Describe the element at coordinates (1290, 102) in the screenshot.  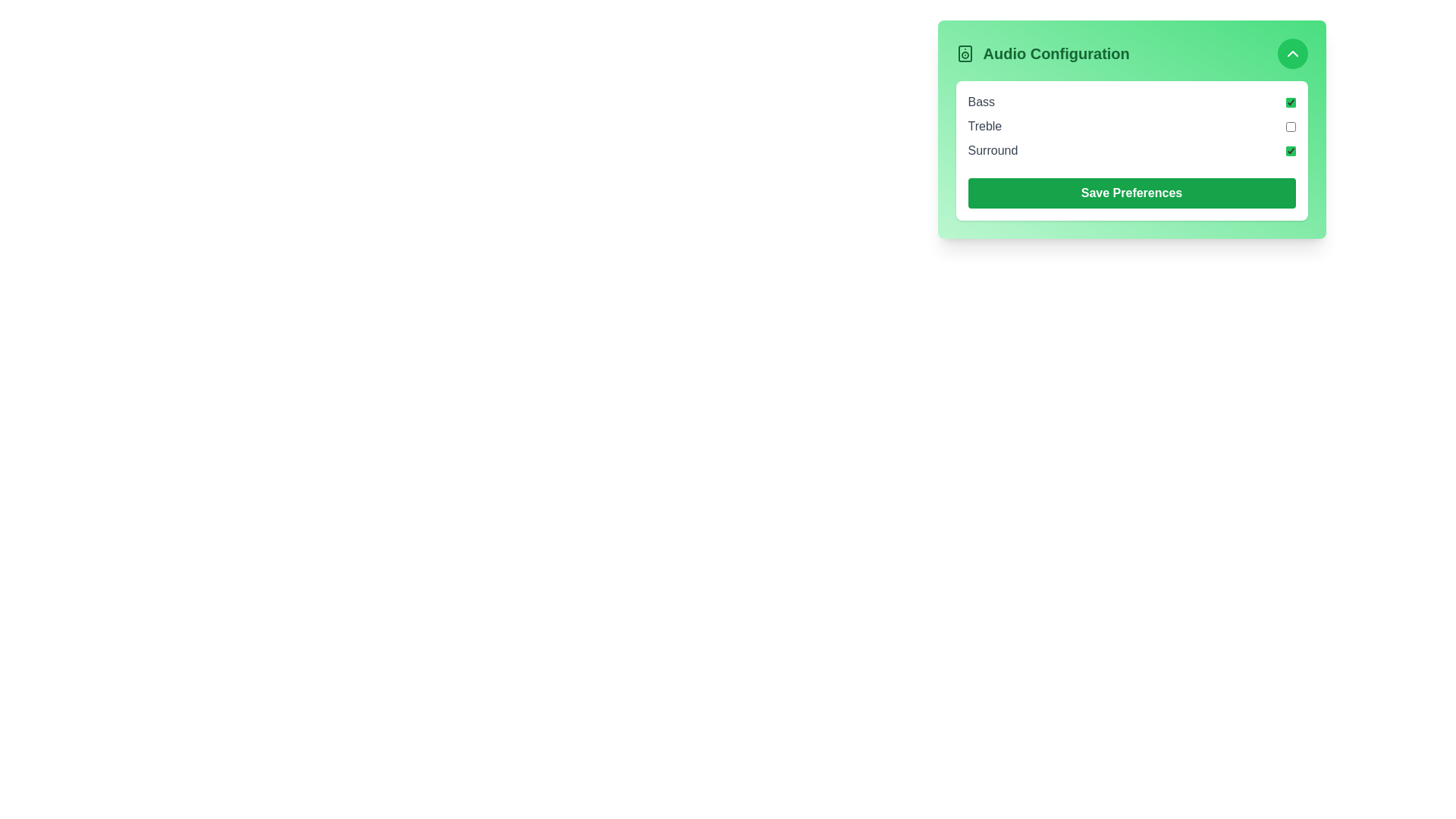
I see `the checkbox next to the 'Bass' label` at that location.